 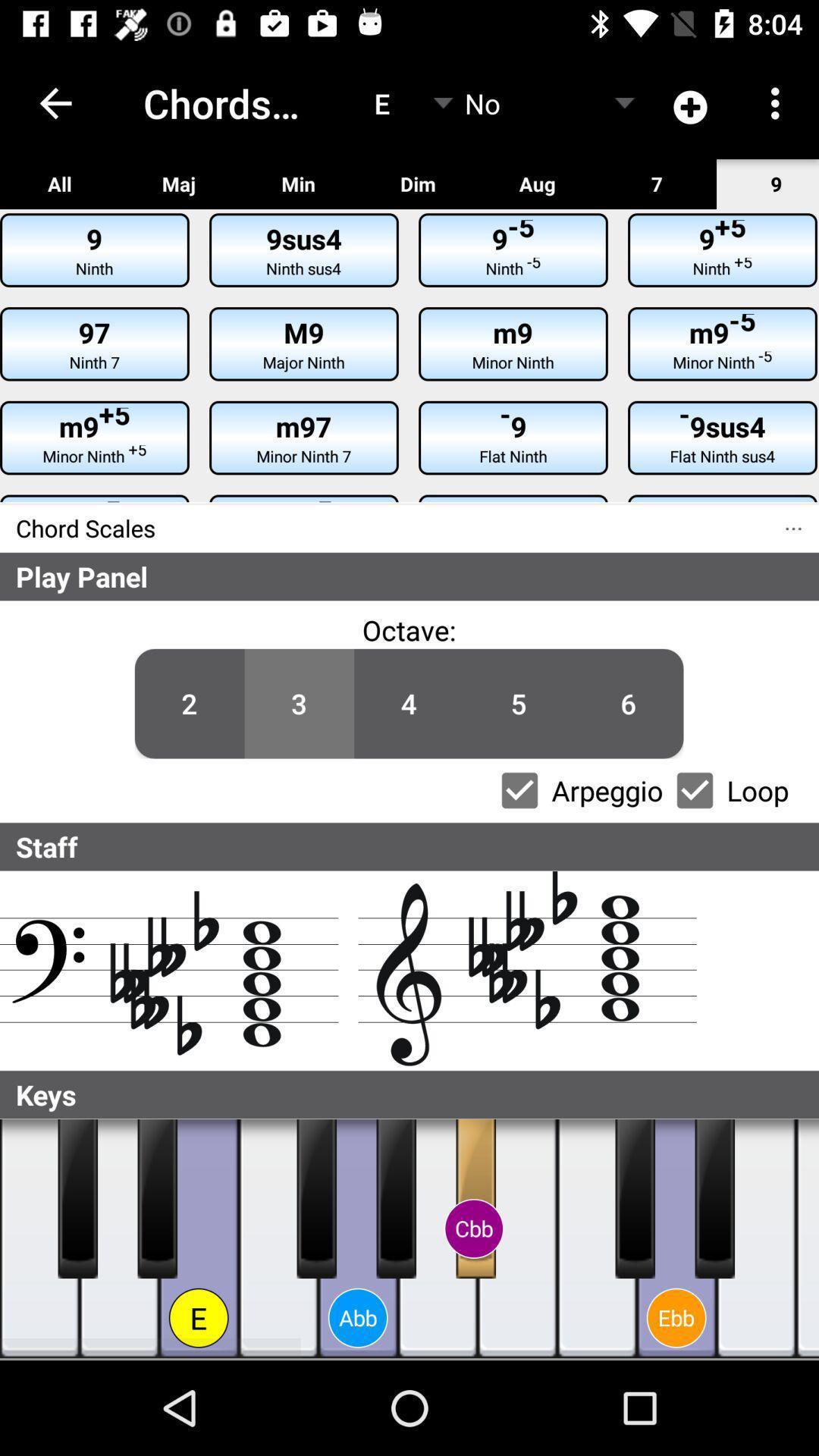 I want to click on key piano, so click(x=77, y=1197).